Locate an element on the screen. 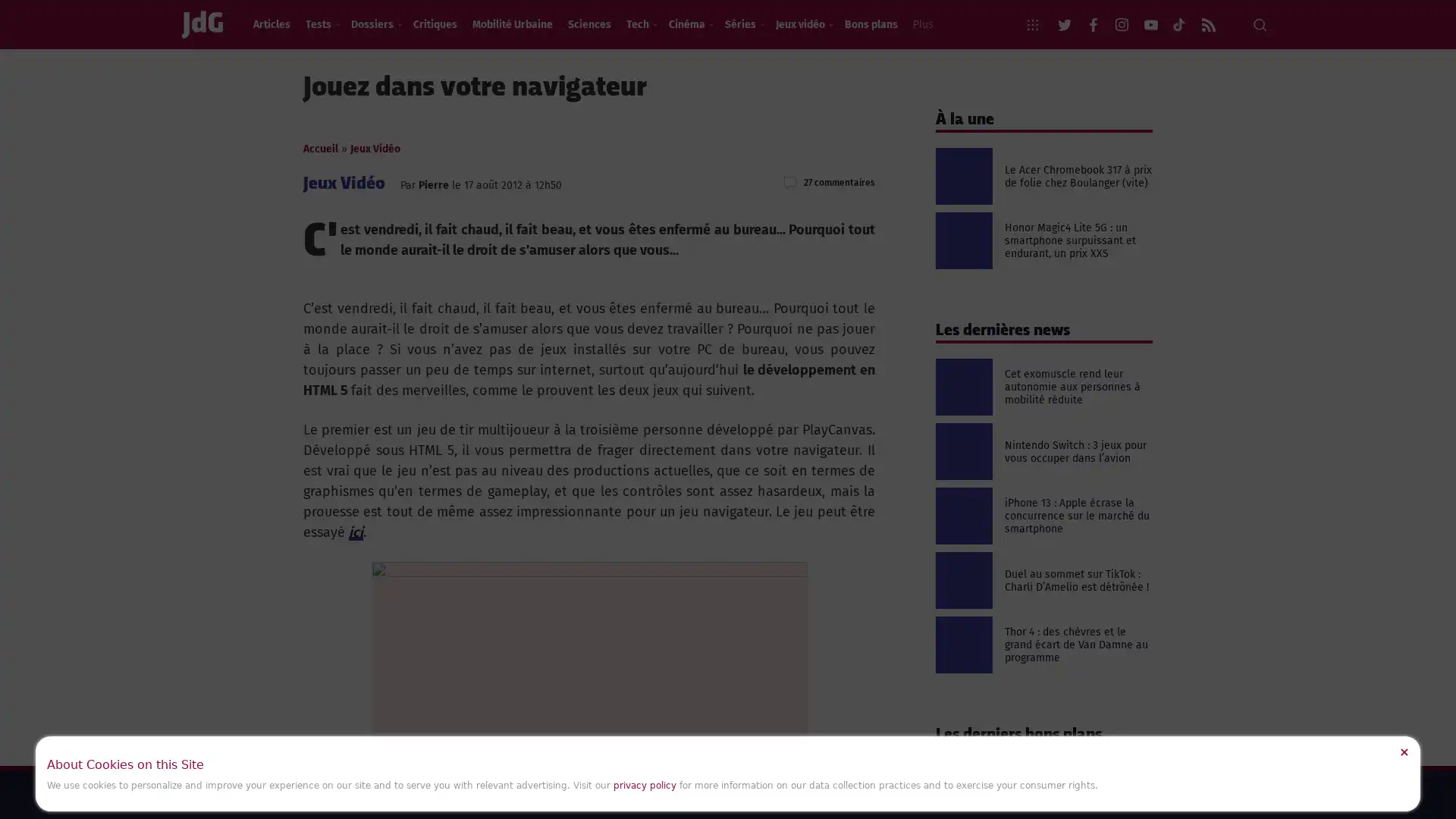 This screenshot has width=1456, height=819. rss is located at coordinates (1207, 24).